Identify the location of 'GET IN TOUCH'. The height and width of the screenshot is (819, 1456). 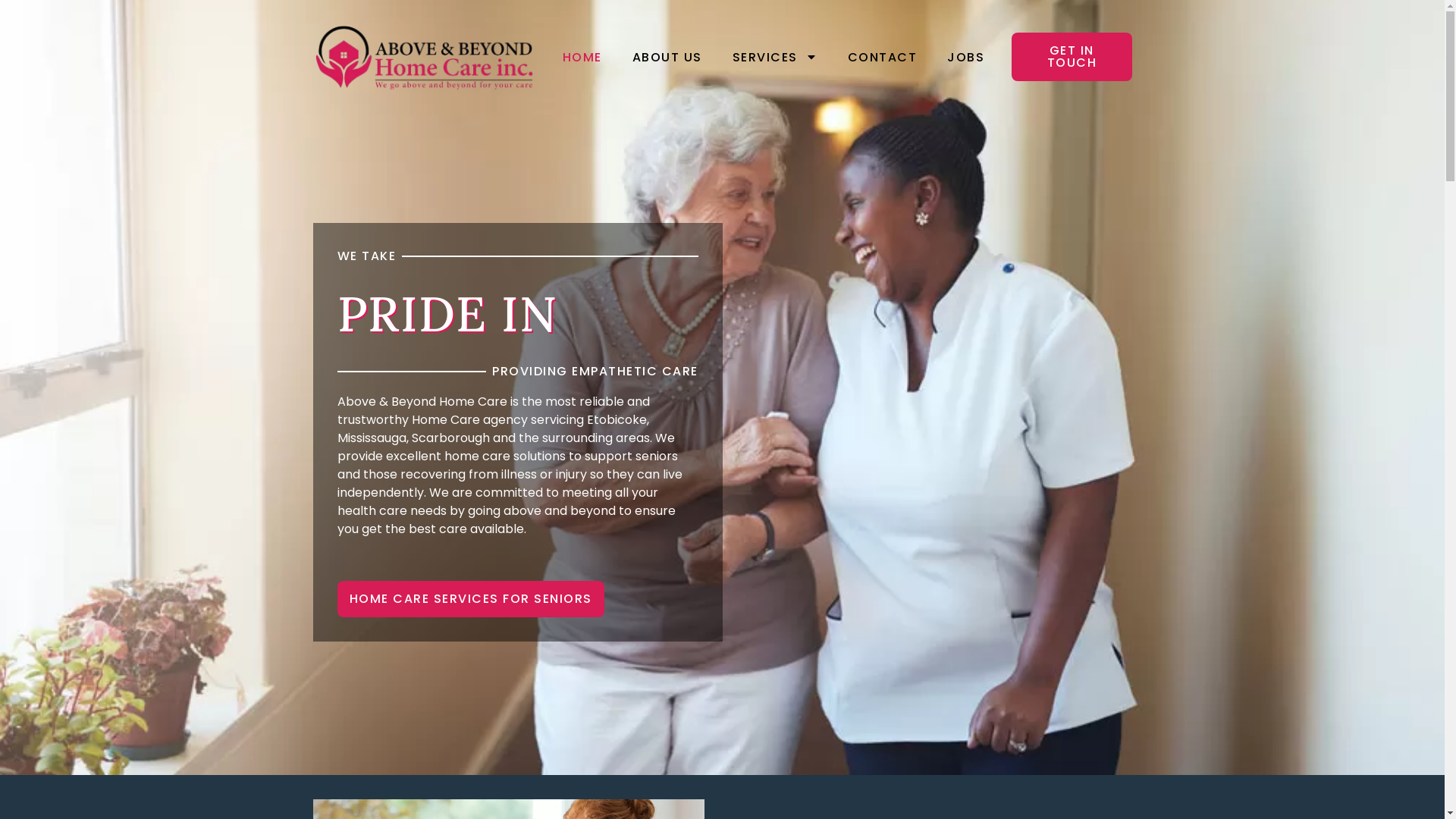
(1070, 55).